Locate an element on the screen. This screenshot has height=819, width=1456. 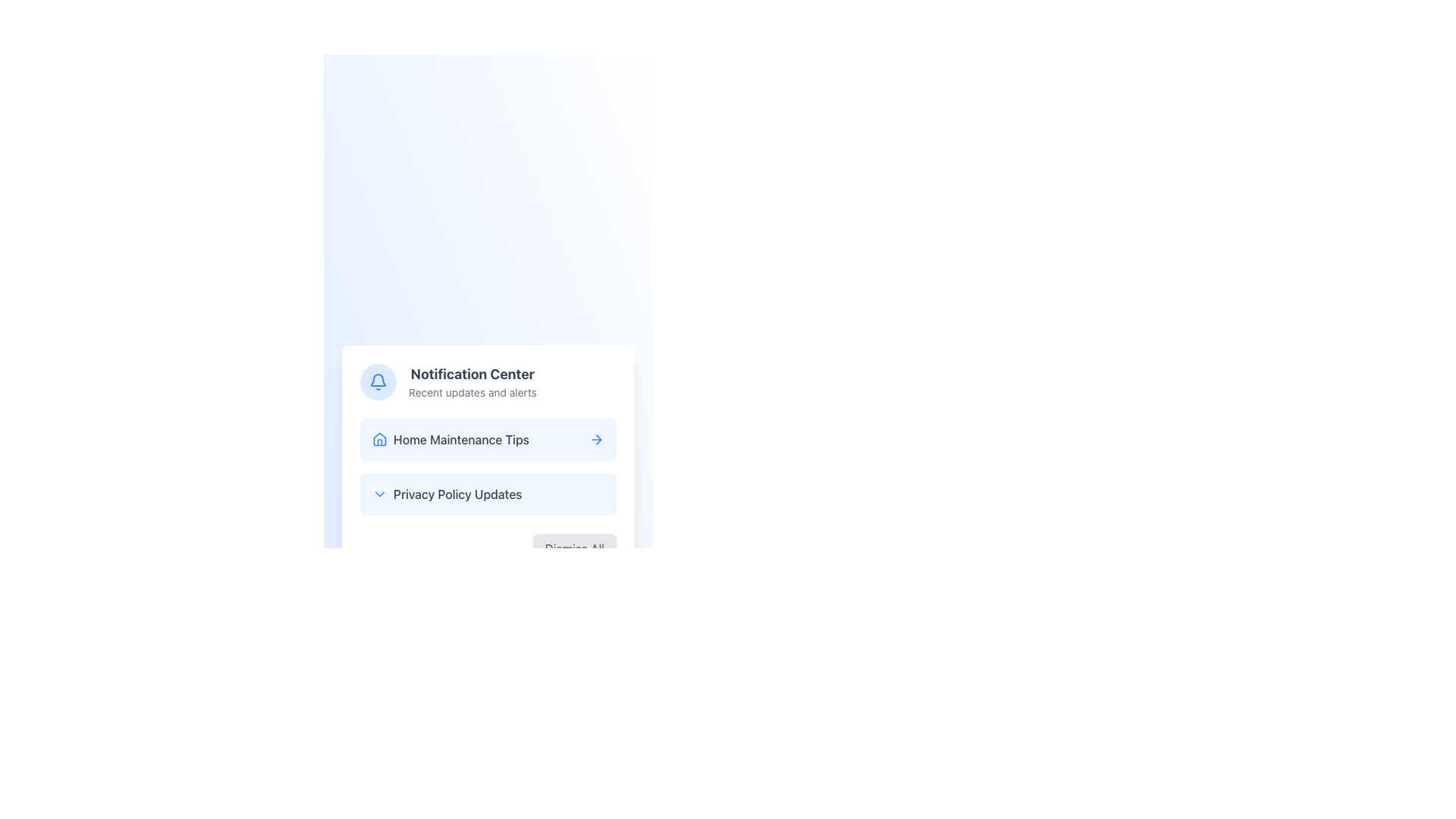
the 'Privacy Policy Updates' text label which is located to the right of the blue downward-facing arrow icon in the Notification Center section is located at coordinates (457, 494).